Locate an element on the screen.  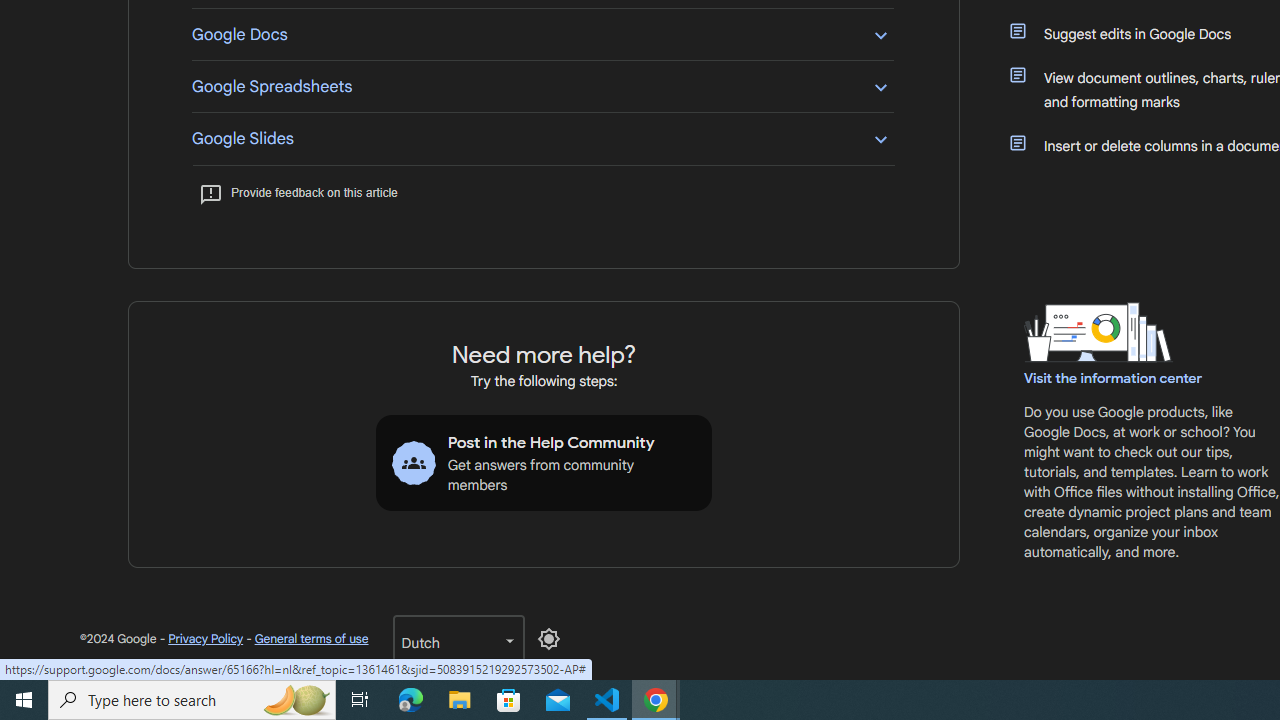
'General terms of use' is located at coordinates (310, 638).